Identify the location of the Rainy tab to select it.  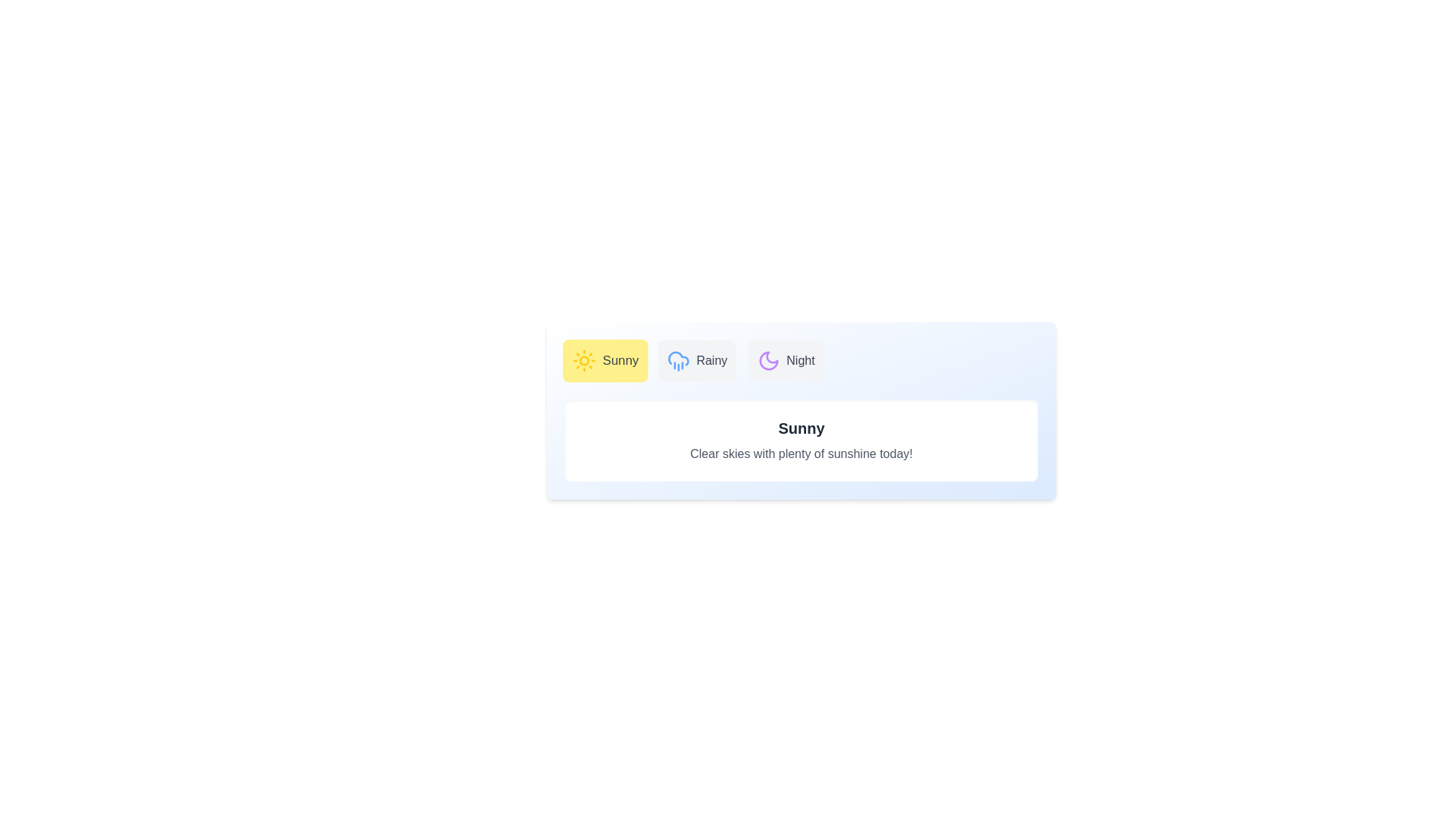
(696, 360).